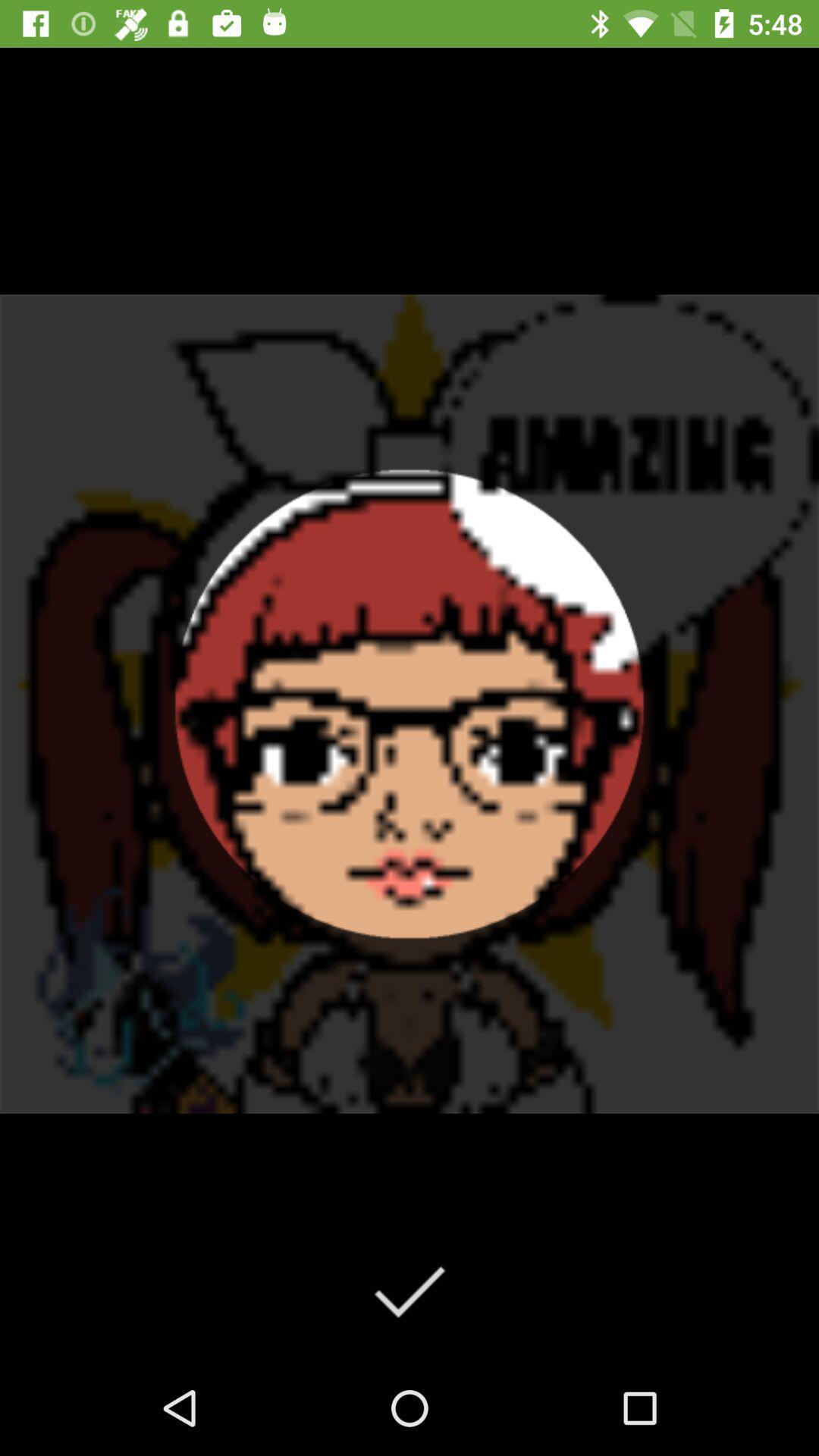  I want to click on the check icon, so click(408, 1290).